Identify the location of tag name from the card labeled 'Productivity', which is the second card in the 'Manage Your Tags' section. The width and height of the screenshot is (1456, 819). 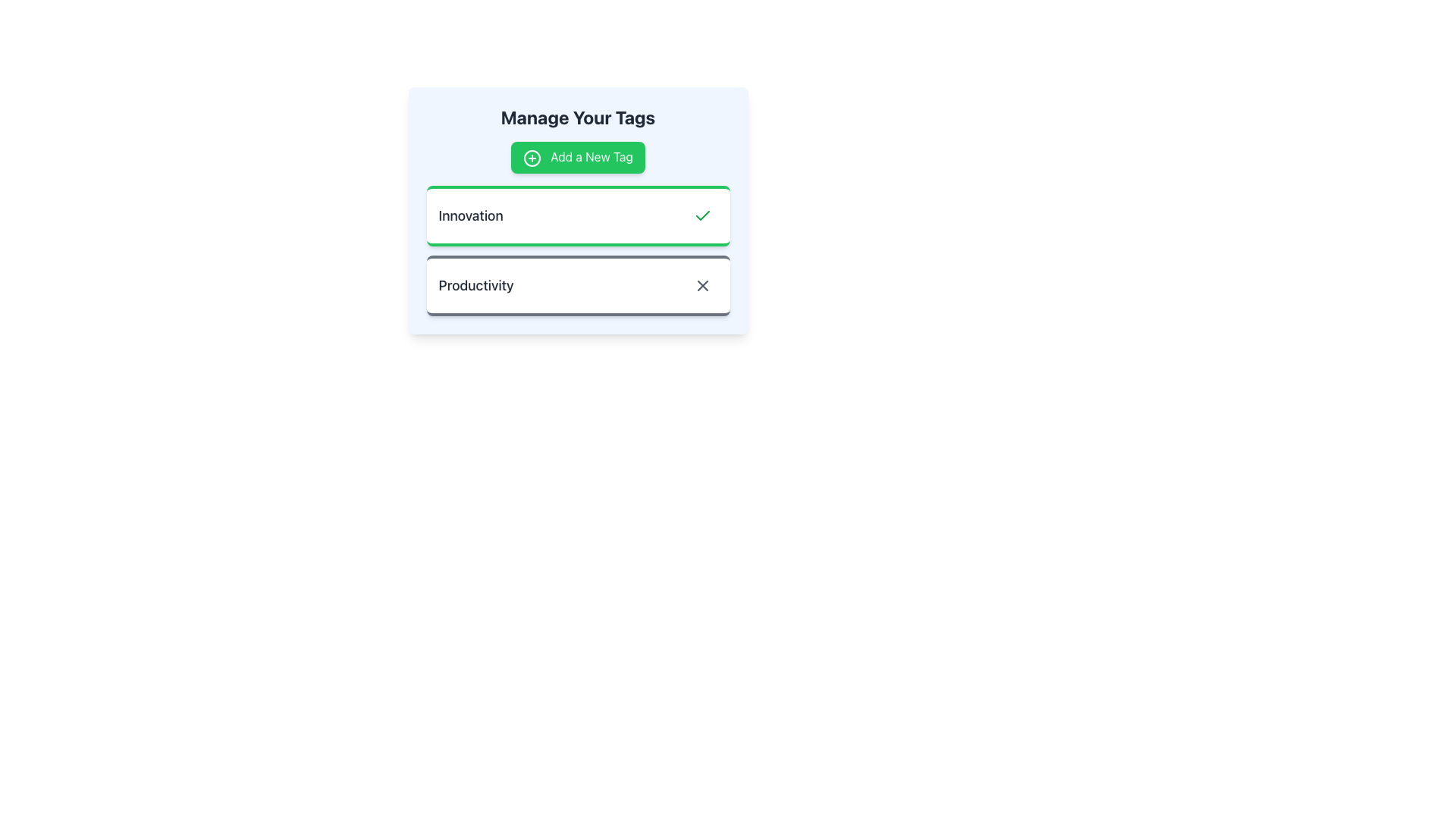
(577, 285).